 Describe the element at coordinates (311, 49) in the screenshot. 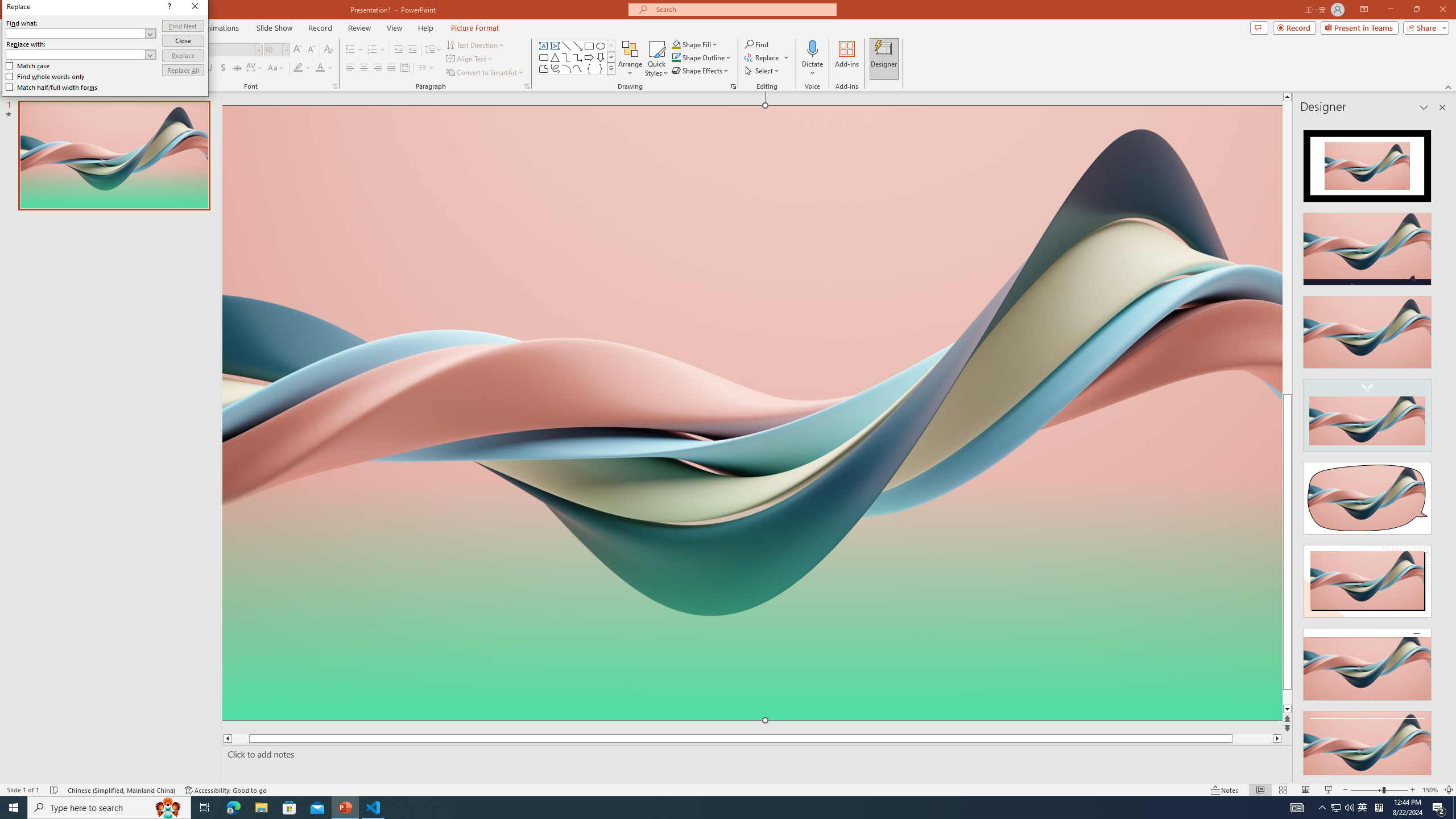

I see `'Decrease Font Size'` at that location.